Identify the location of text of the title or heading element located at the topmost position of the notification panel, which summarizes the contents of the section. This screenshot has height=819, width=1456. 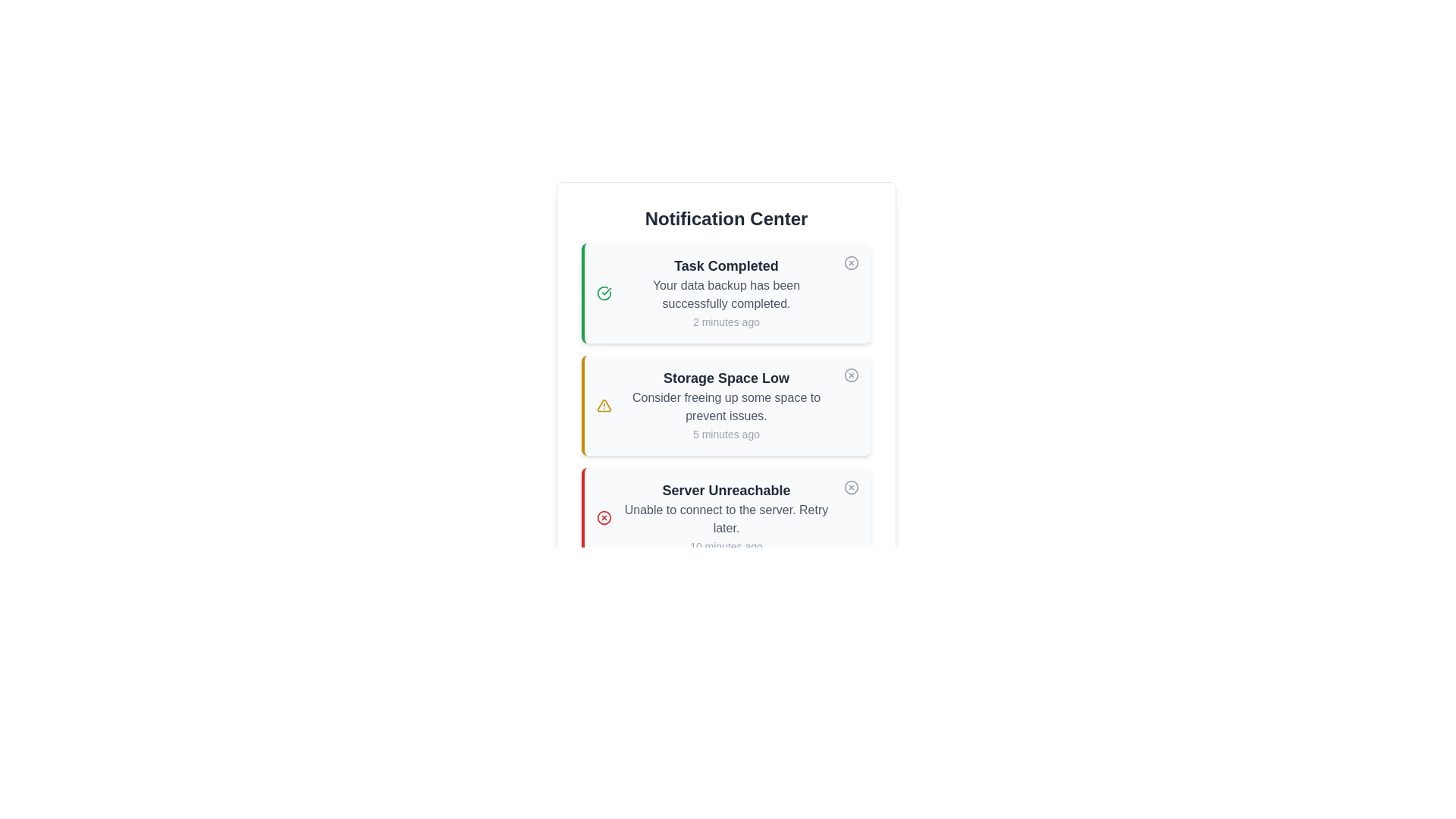
(726, 219).